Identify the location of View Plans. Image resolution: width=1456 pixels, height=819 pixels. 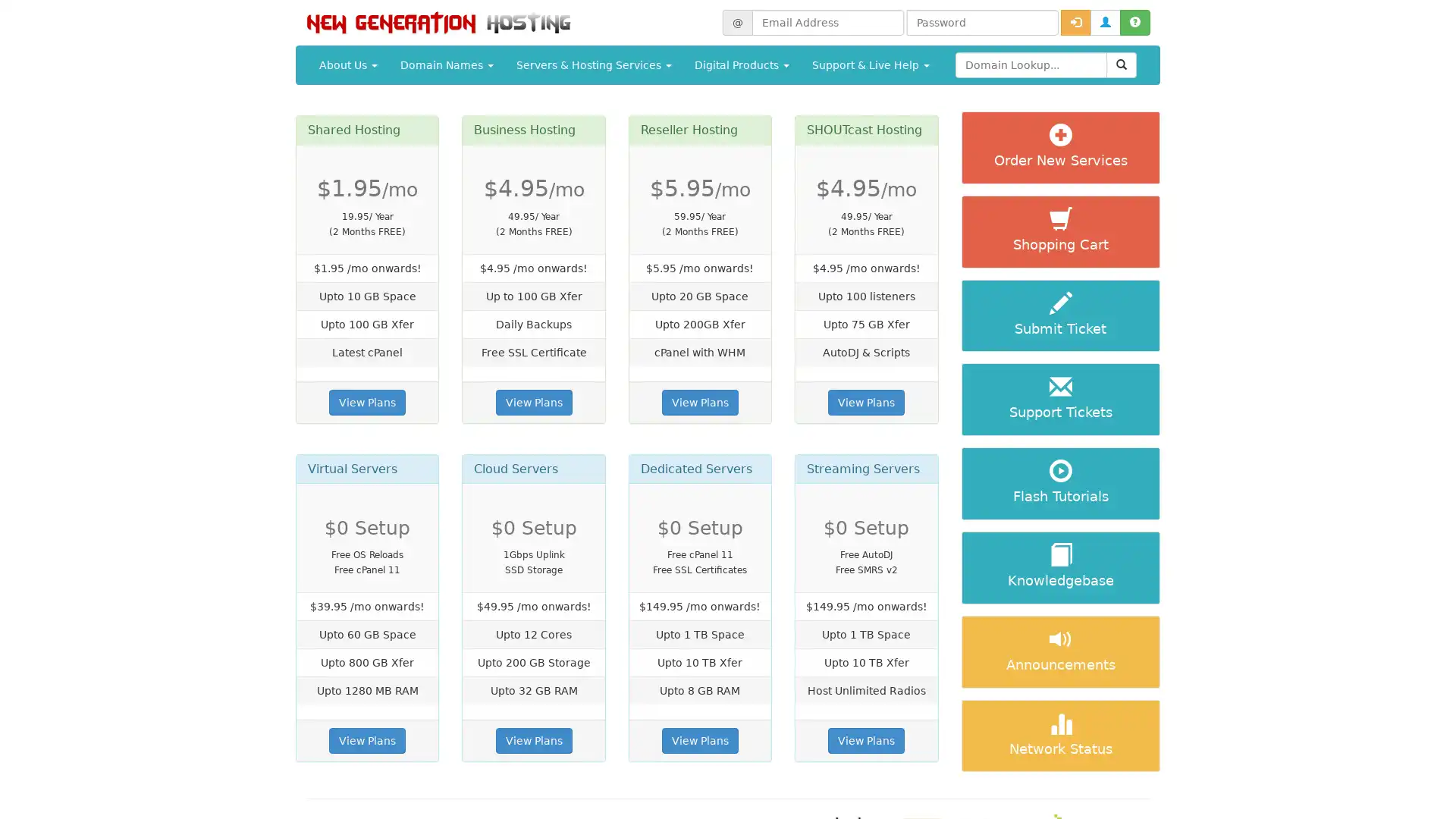
(866, 739).